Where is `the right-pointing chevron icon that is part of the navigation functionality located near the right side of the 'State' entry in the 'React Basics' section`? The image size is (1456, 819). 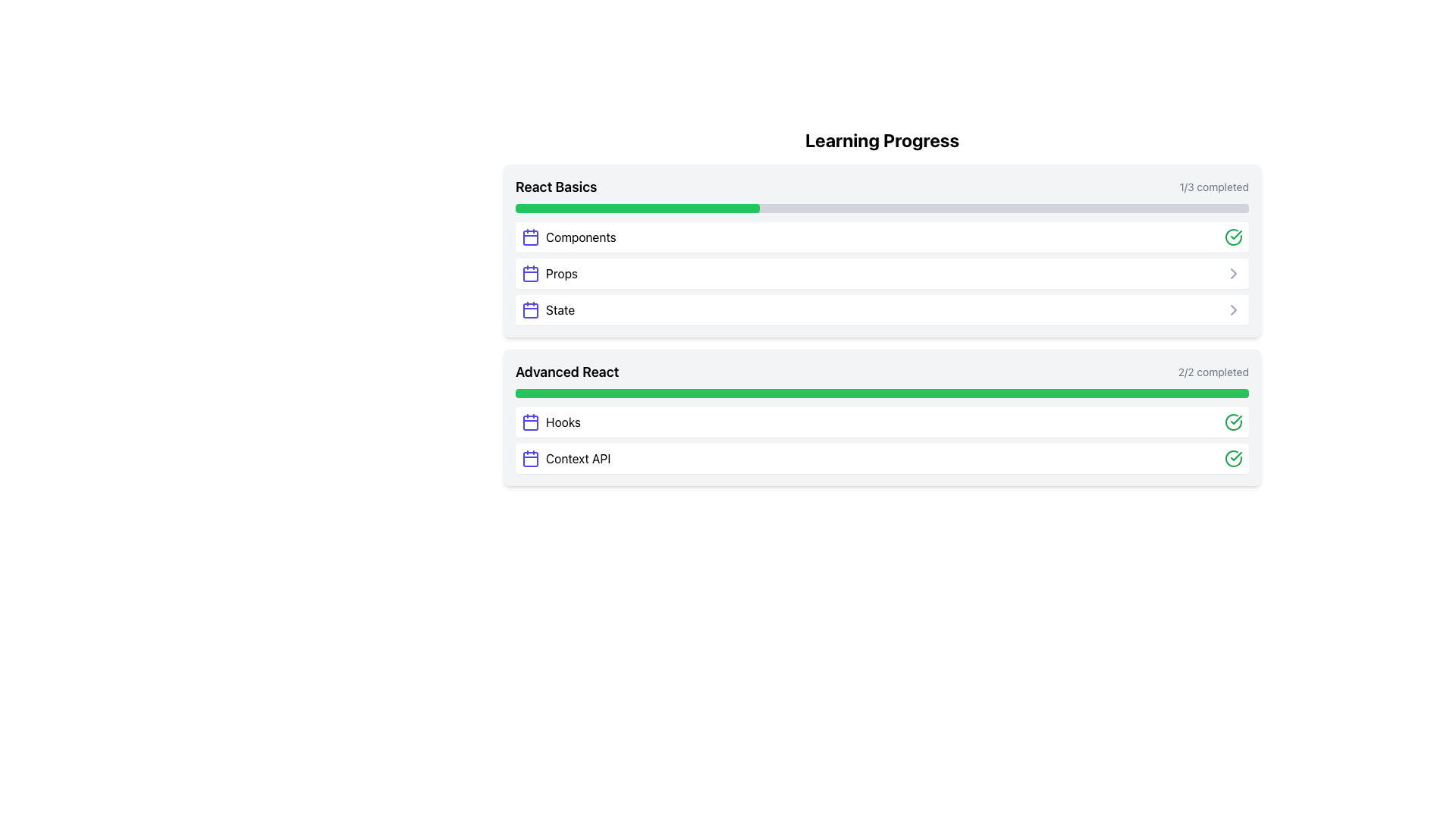
the right-pointing chevron icon that is part of the navigation functionality located near the right side of the 'State' entry in the 'React Basics' section is located at coordinates (1234, 274).